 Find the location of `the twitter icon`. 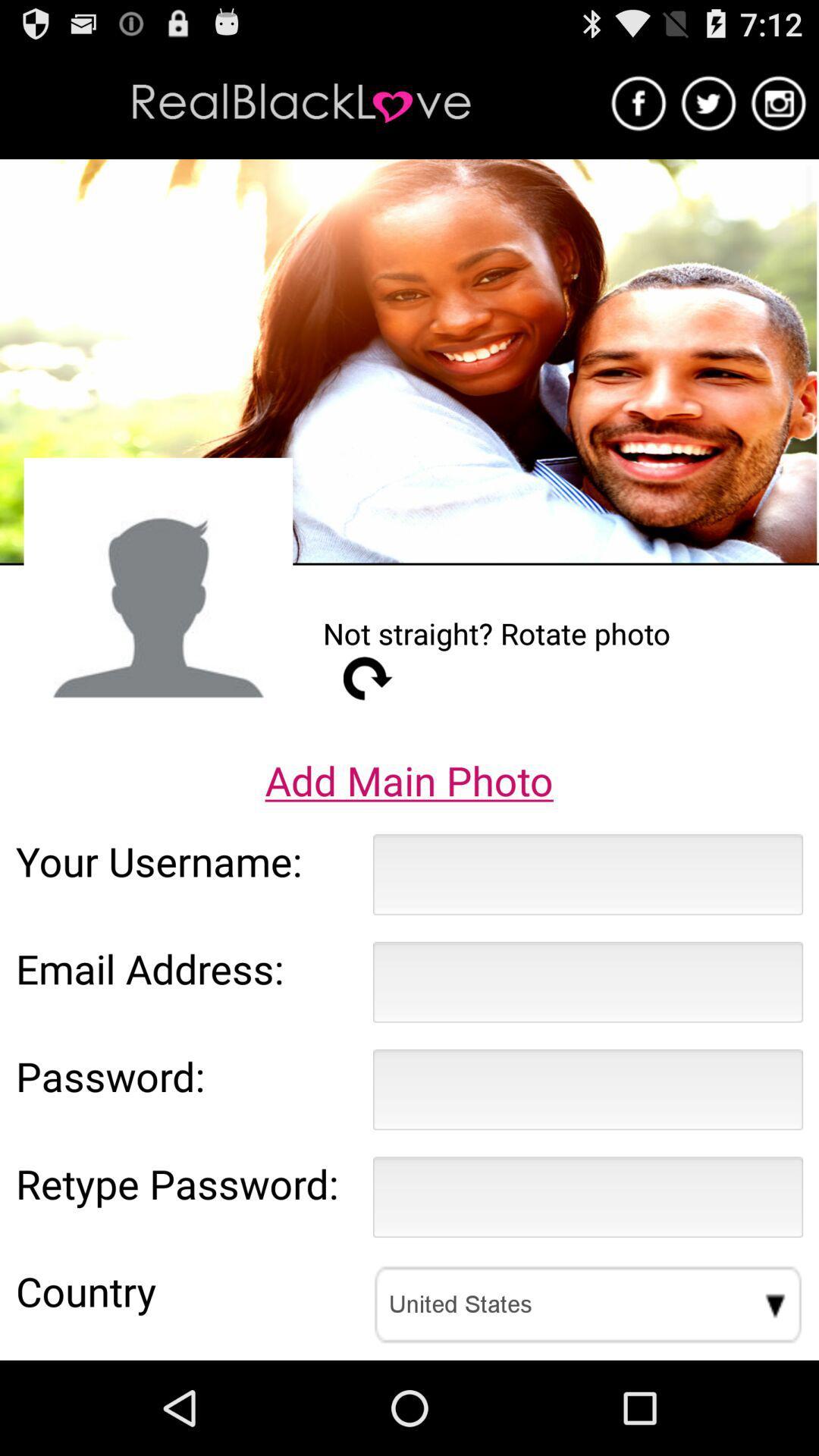

the twitter icon is located at coordinates (708, 109).